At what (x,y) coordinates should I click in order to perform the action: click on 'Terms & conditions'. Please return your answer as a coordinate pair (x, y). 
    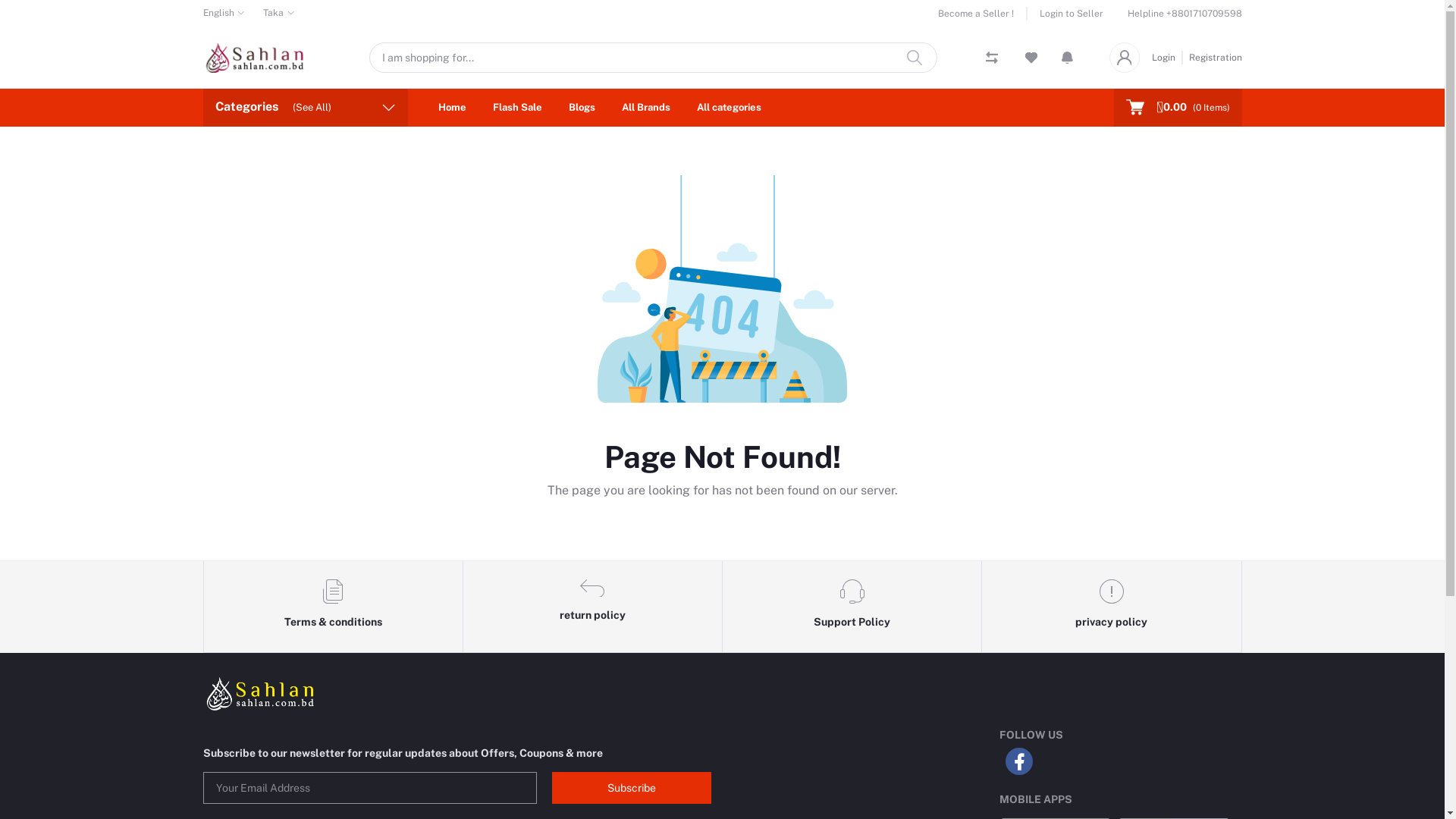
    Looking at the image, I should click on (331, 607).